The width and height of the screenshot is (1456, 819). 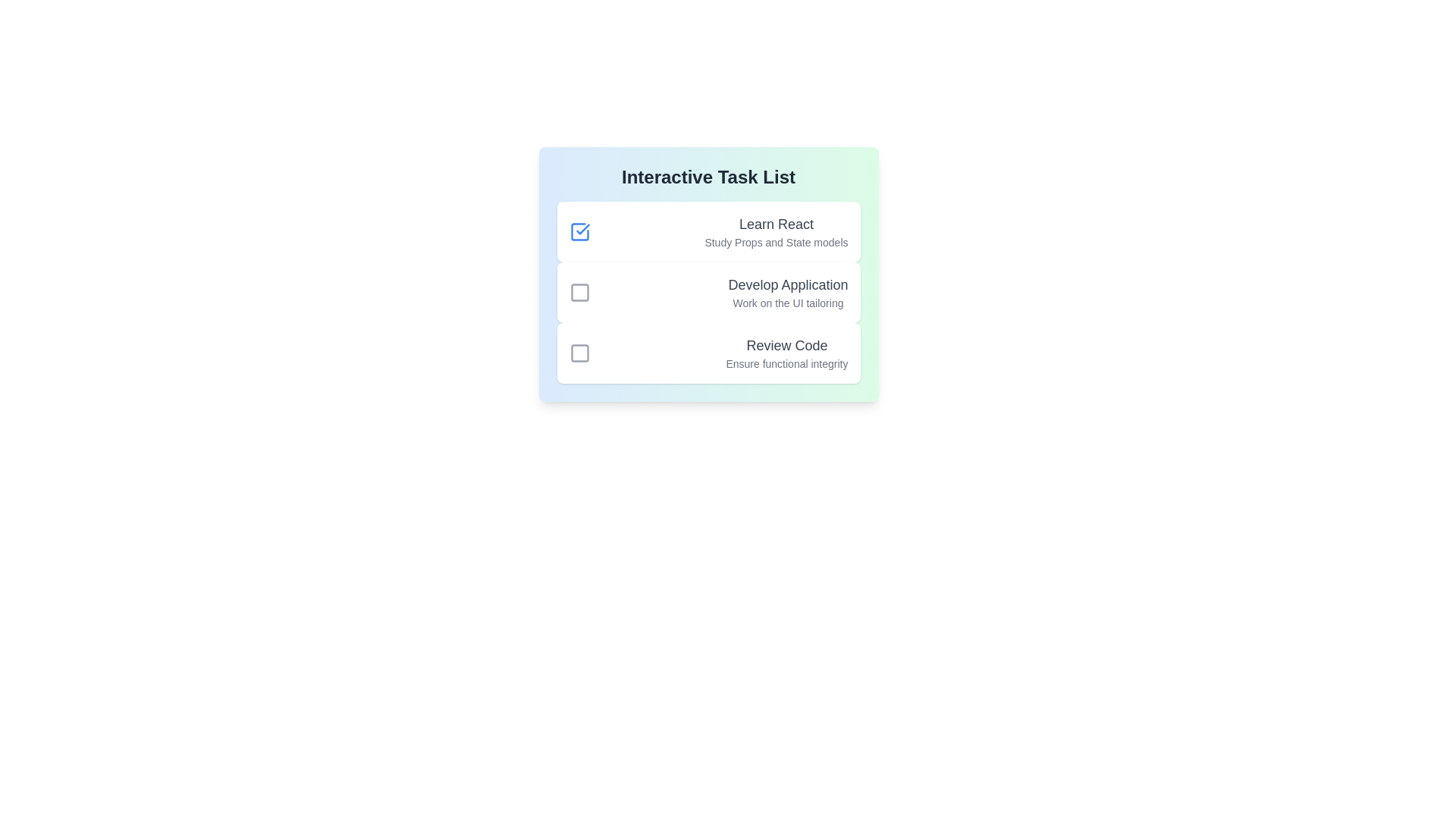 What do you see at coordinates (708, 275) in the screenshot?
I see `the center of the Interactive Task List component to access the context menu` at bounding box center [708, 275].